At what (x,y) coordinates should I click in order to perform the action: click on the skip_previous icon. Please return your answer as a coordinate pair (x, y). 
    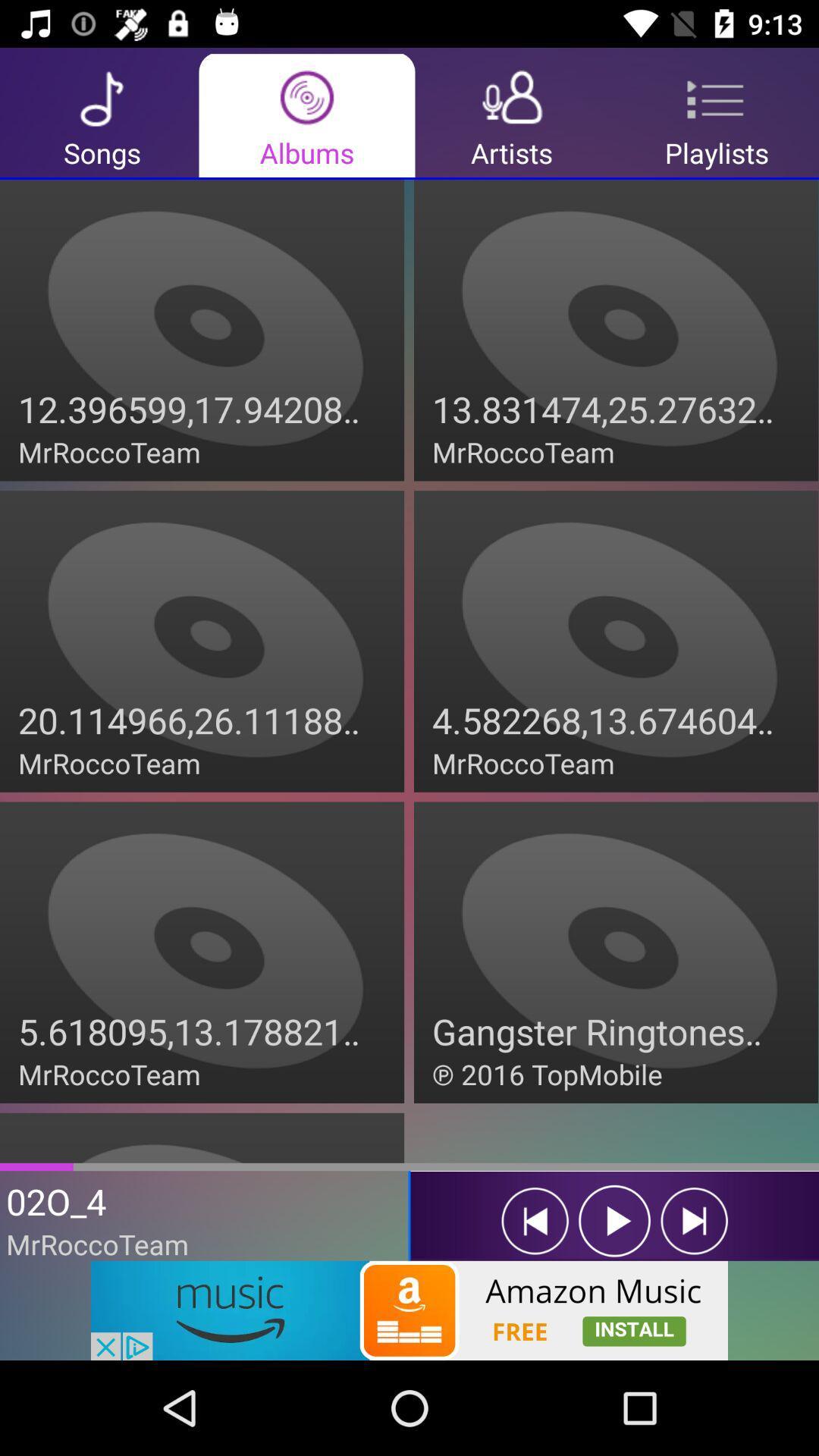
    Looking at the image, I should click on (534, 1221).